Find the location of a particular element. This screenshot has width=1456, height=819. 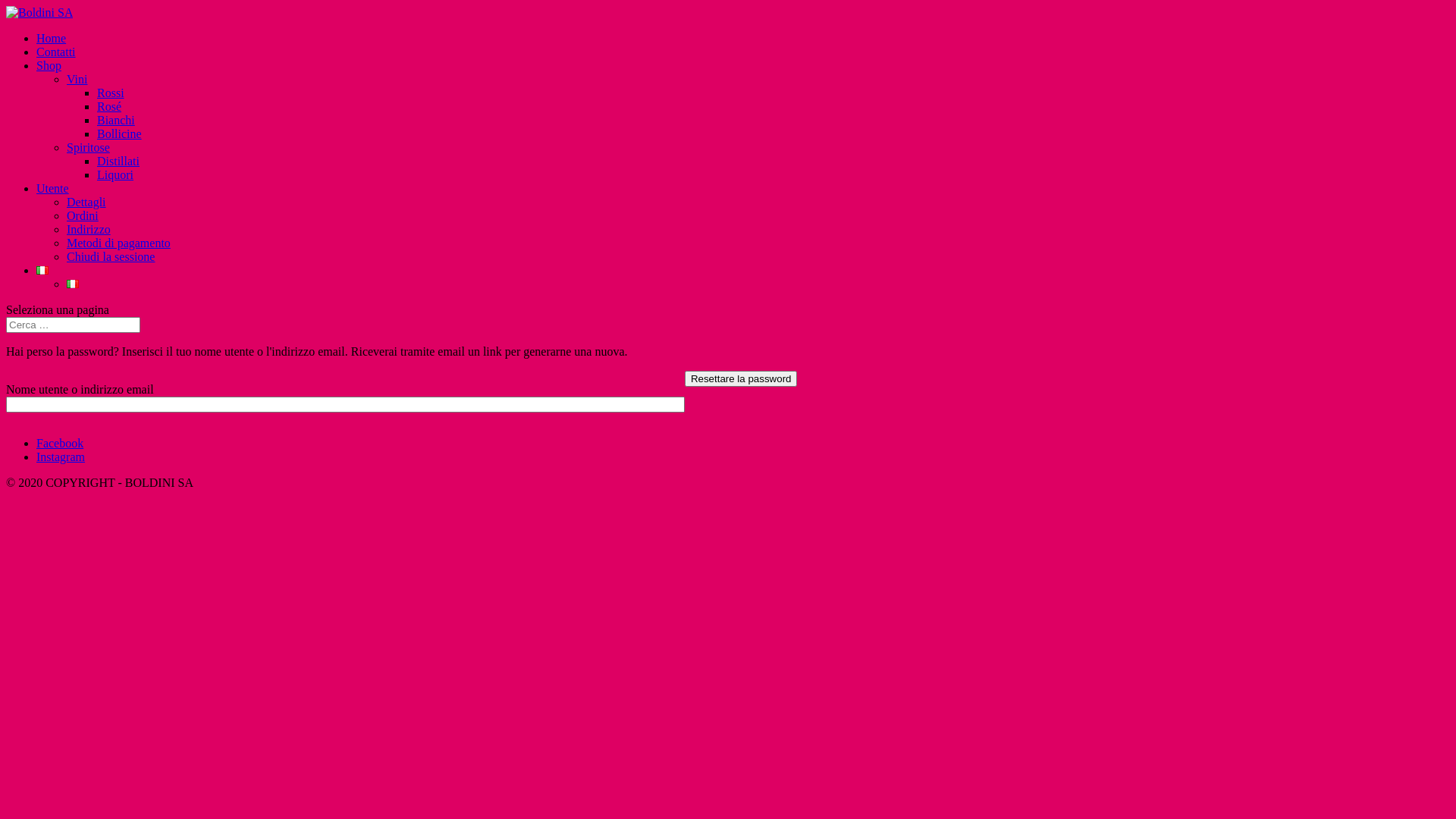

'Rossi' is located at coordinates (109, 93).